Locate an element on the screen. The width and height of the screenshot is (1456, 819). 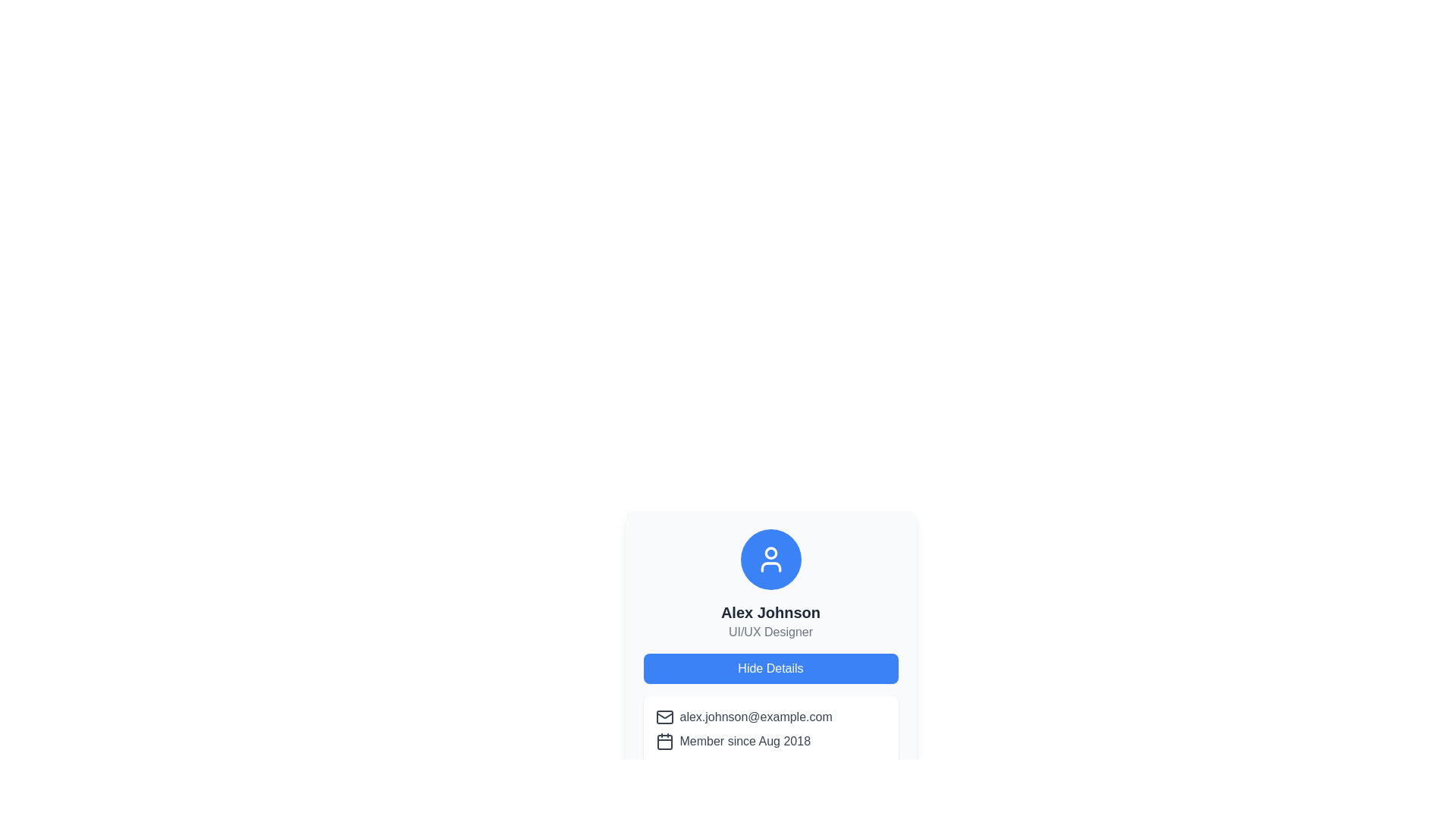
the email or messaging system icon located to the left of the text 'alex.johnson@example.com' within the profile information card is located at coordinates (664, 717).